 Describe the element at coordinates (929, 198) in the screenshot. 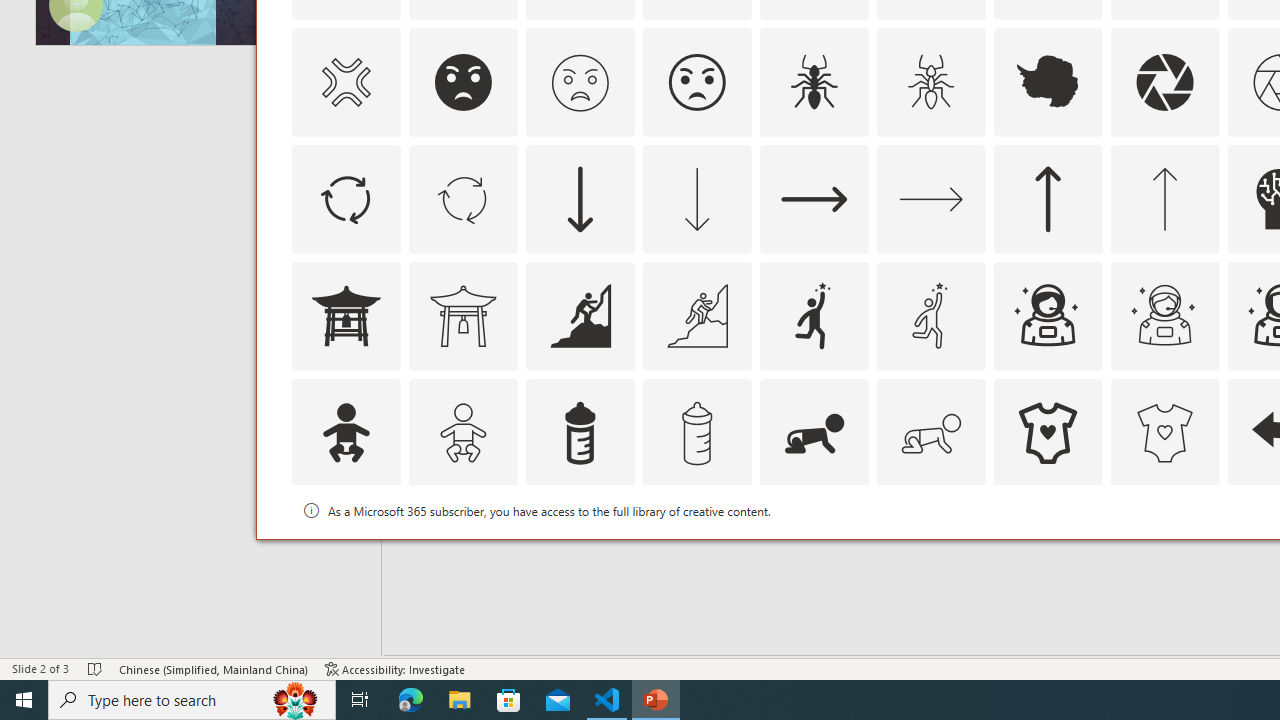

I see `'AutomationID: Icons_ArrowRight_M'` at that location.